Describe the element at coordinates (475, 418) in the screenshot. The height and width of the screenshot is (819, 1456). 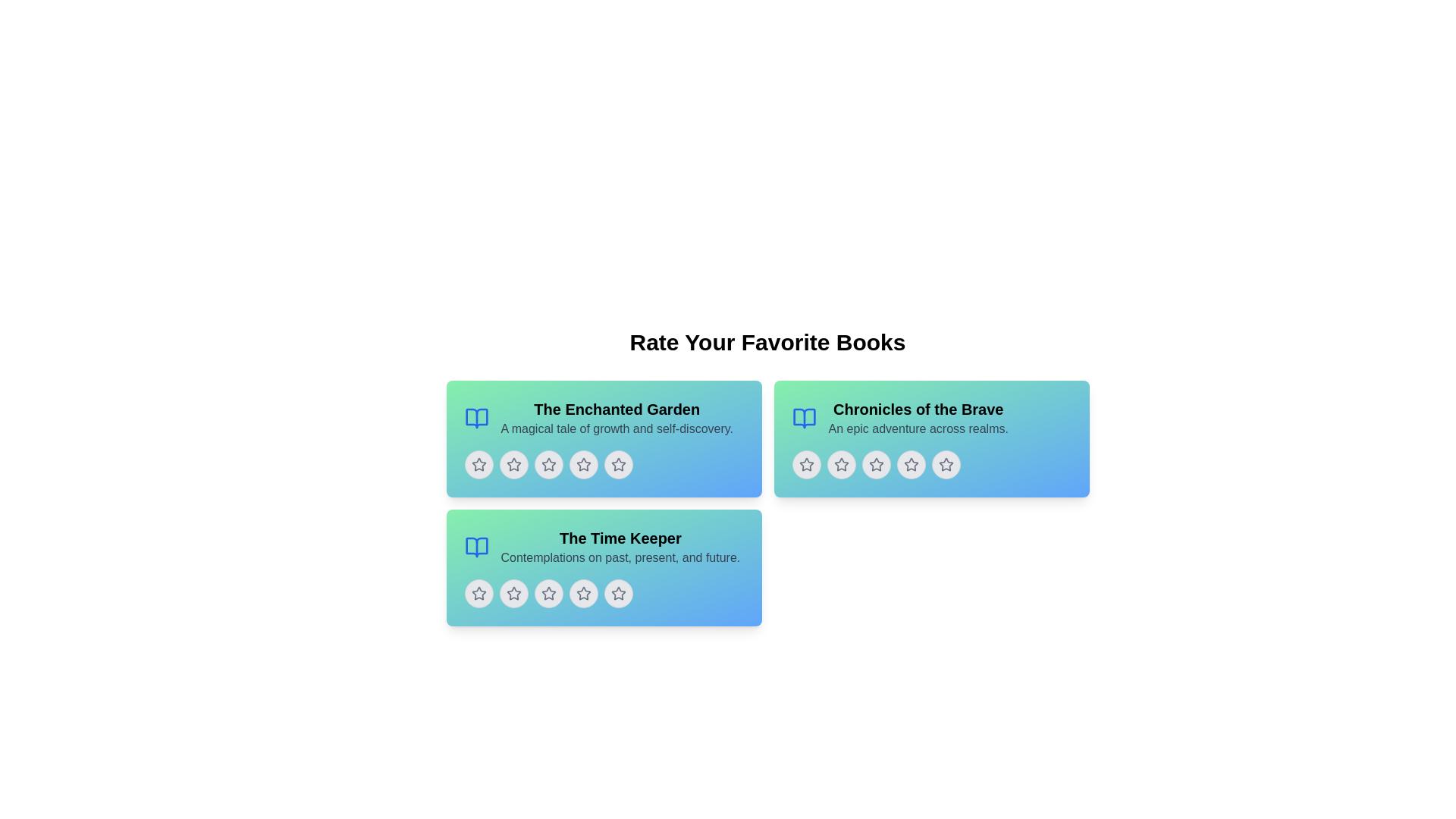
I see `the blue outlined book icon representing 'The Enchanted Garden', which is located on the left side of the text content of the first book card in a grid layout` at that location.